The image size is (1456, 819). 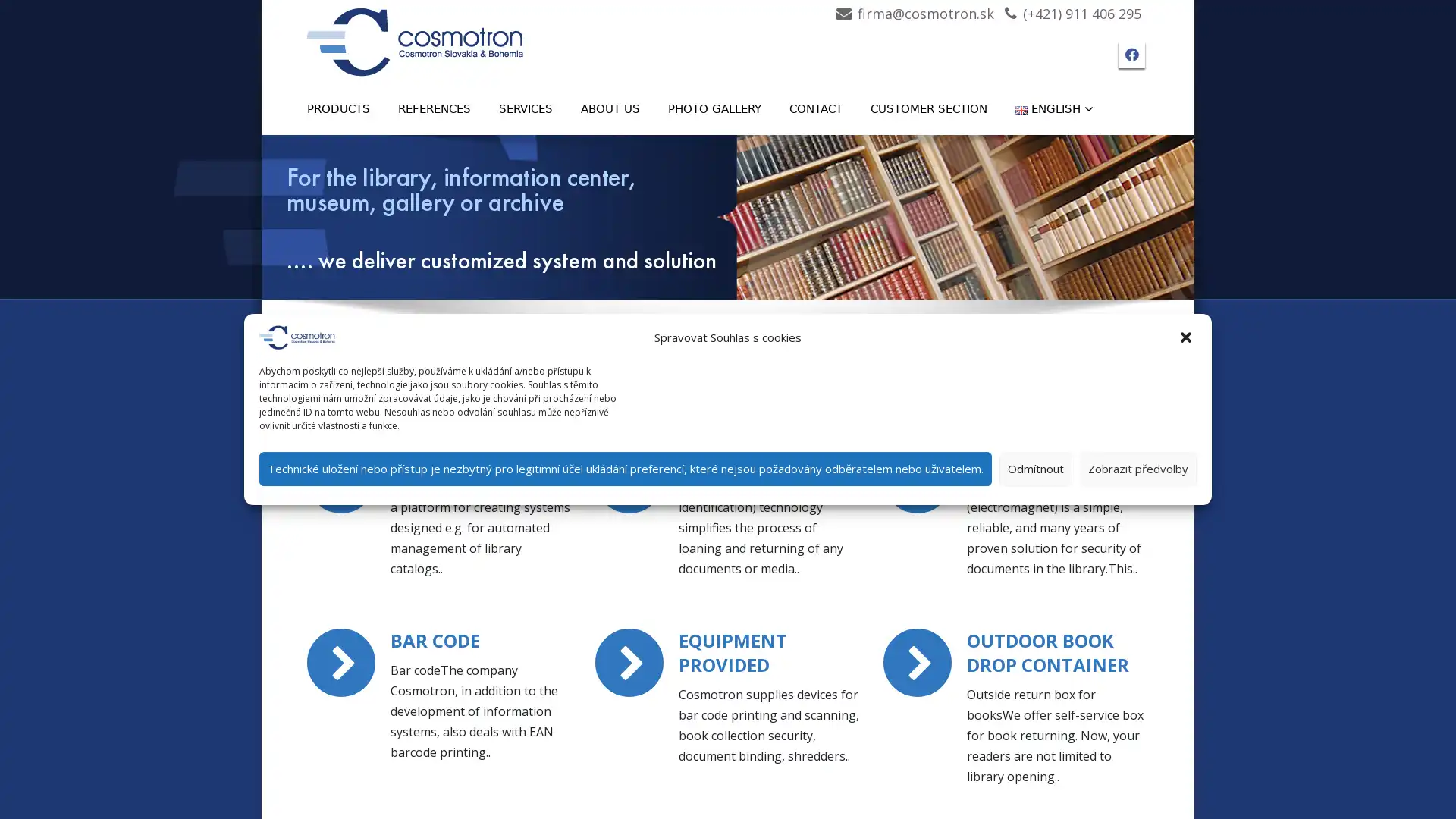 I want to click on Odmitnout, so click(x=1035, y=467).